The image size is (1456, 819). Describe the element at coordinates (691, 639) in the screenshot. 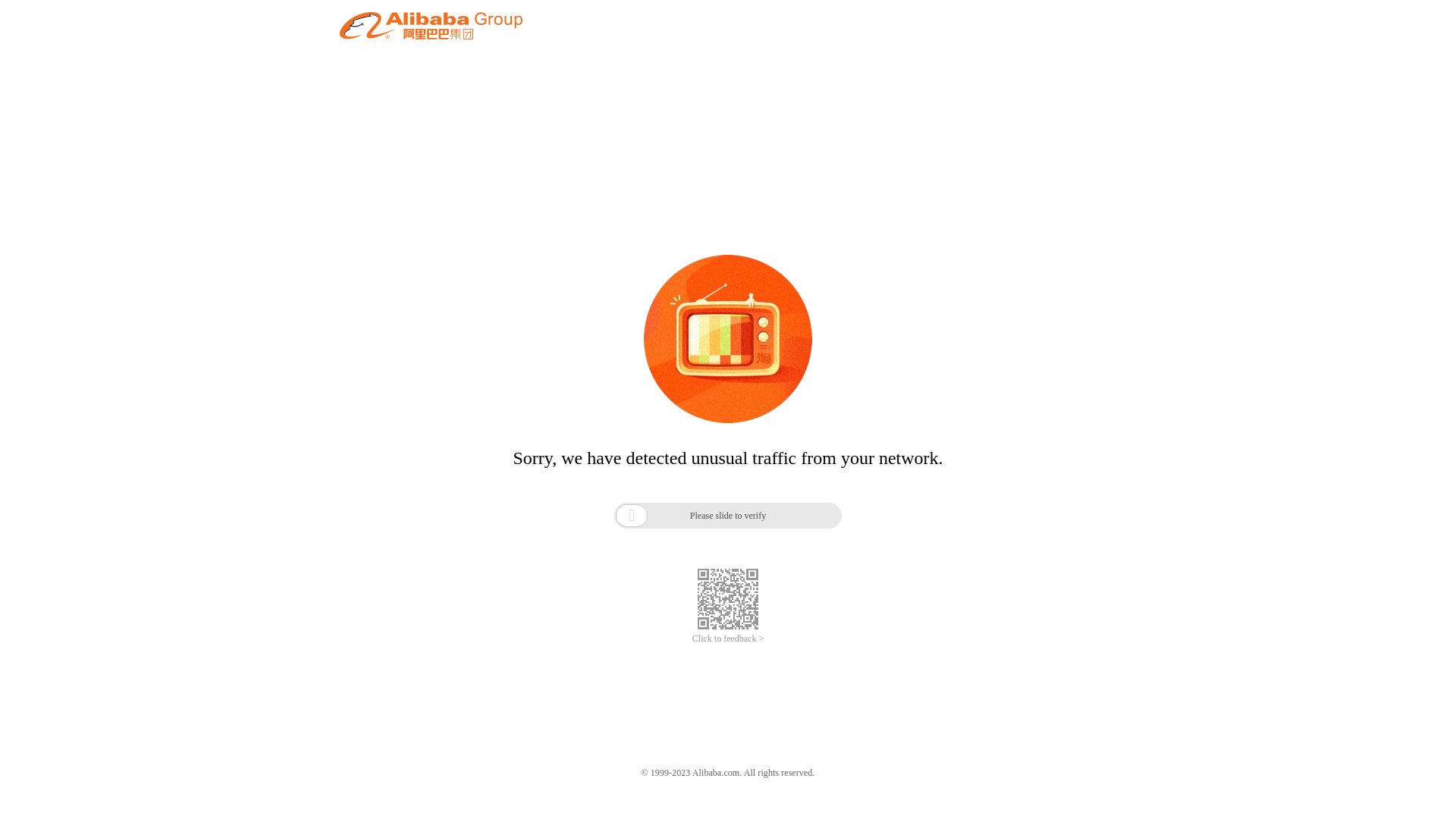

I see `'Click to feedback >'` at that location.